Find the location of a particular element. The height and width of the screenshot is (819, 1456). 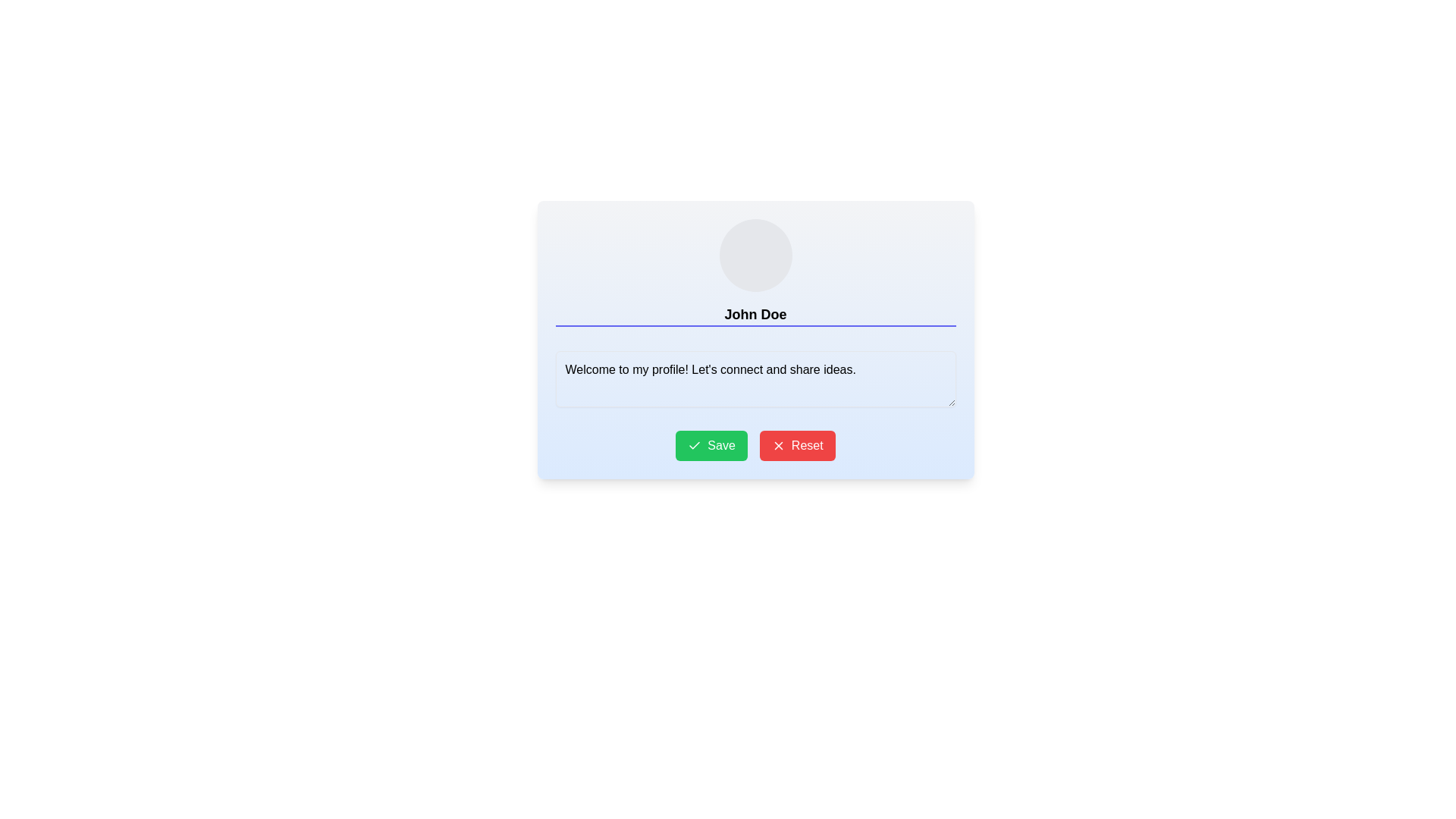

the checkmark icon inside the 'Save' button, which has a green rounded rectangular background and is located below the input text area is located at coordinates (694, 444).